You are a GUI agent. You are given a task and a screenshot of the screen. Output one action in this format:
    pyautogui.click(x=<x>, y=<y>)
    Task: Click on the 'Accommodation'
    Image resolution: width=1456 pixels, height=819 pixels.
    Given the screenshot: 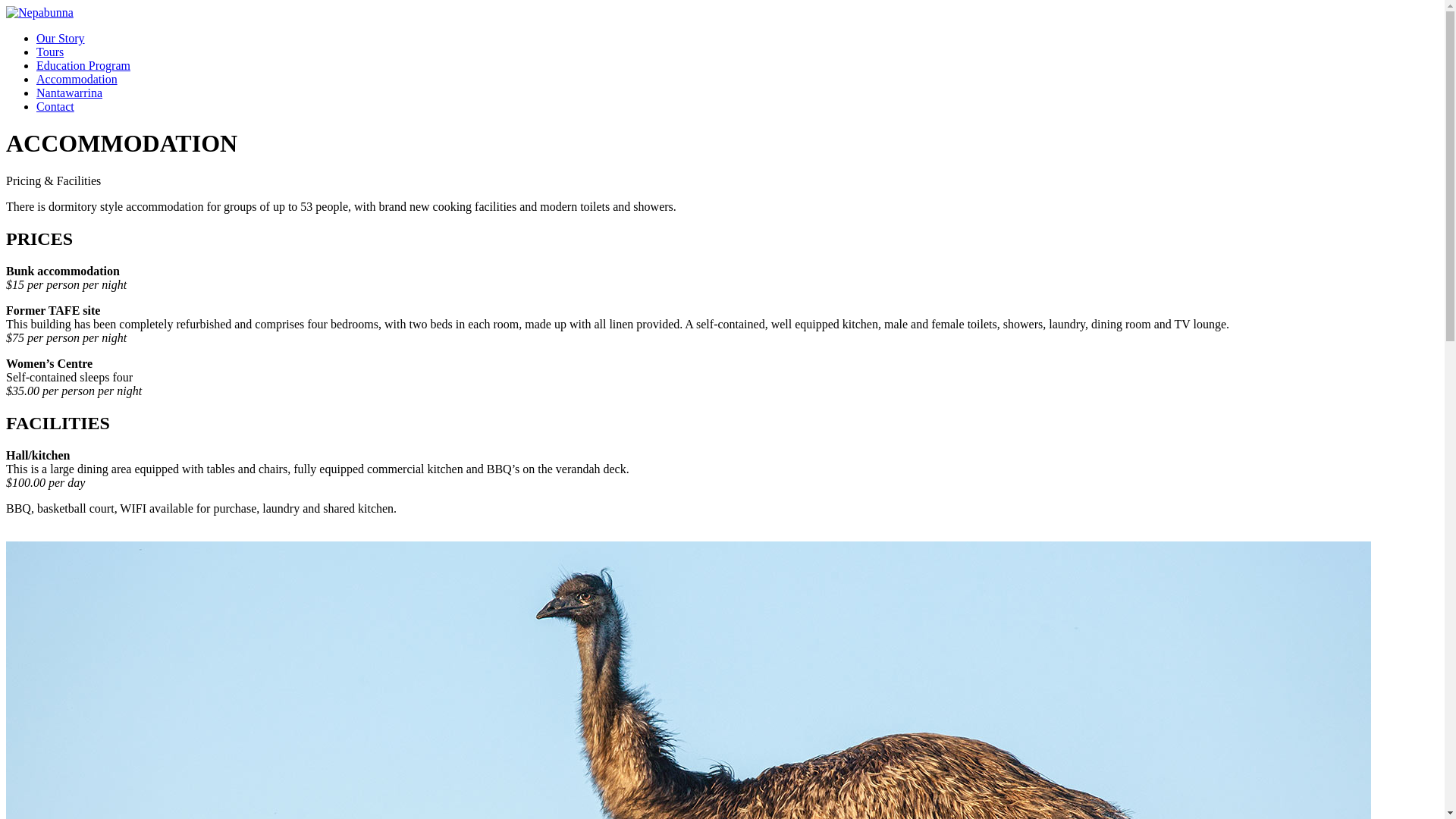 What is the action you would take?
    pyautogui.click(x=36, y=79)
    